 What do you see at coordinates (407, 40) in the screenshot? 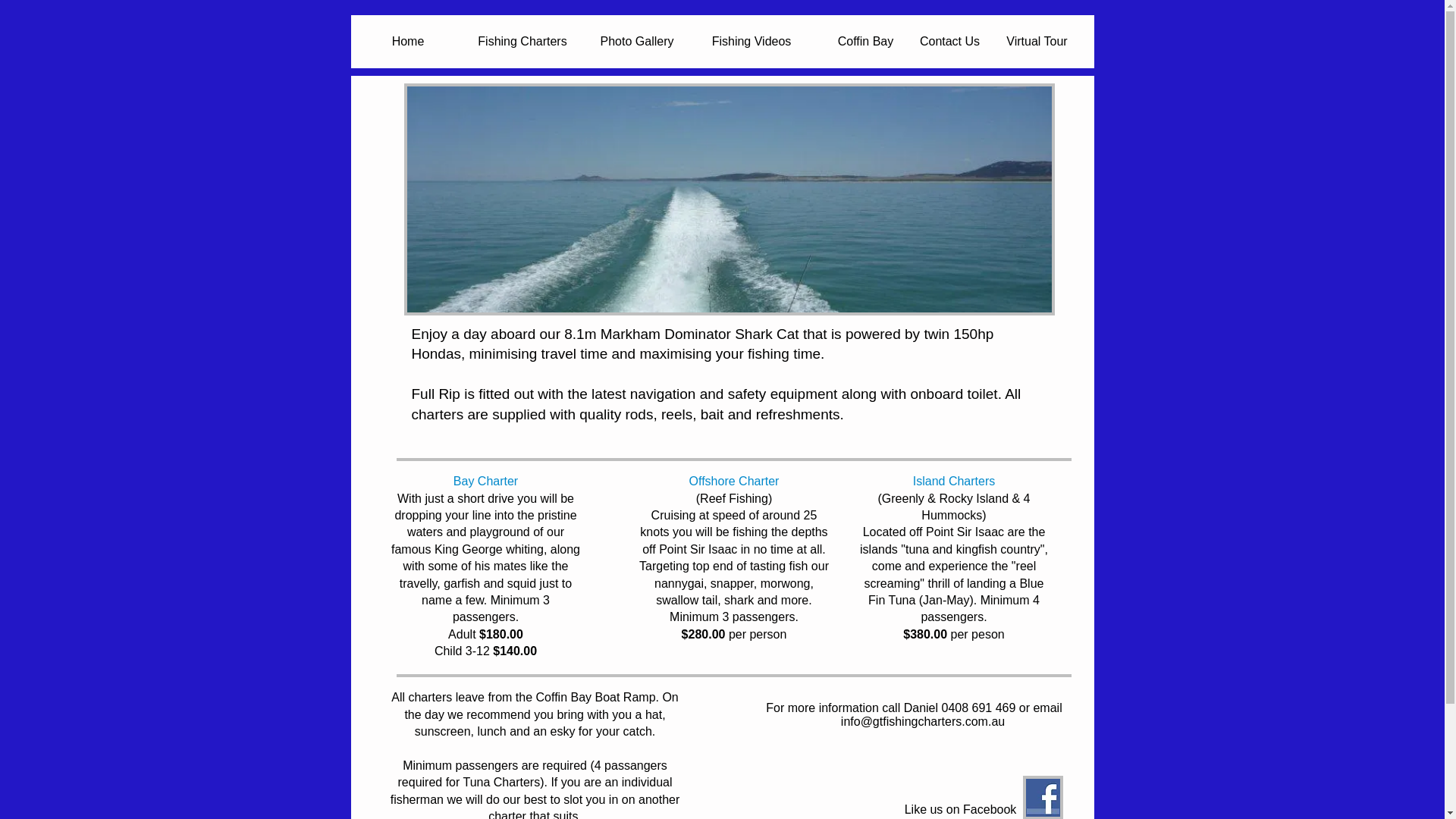
I see `'Home'` at bounding box center [407, 40].